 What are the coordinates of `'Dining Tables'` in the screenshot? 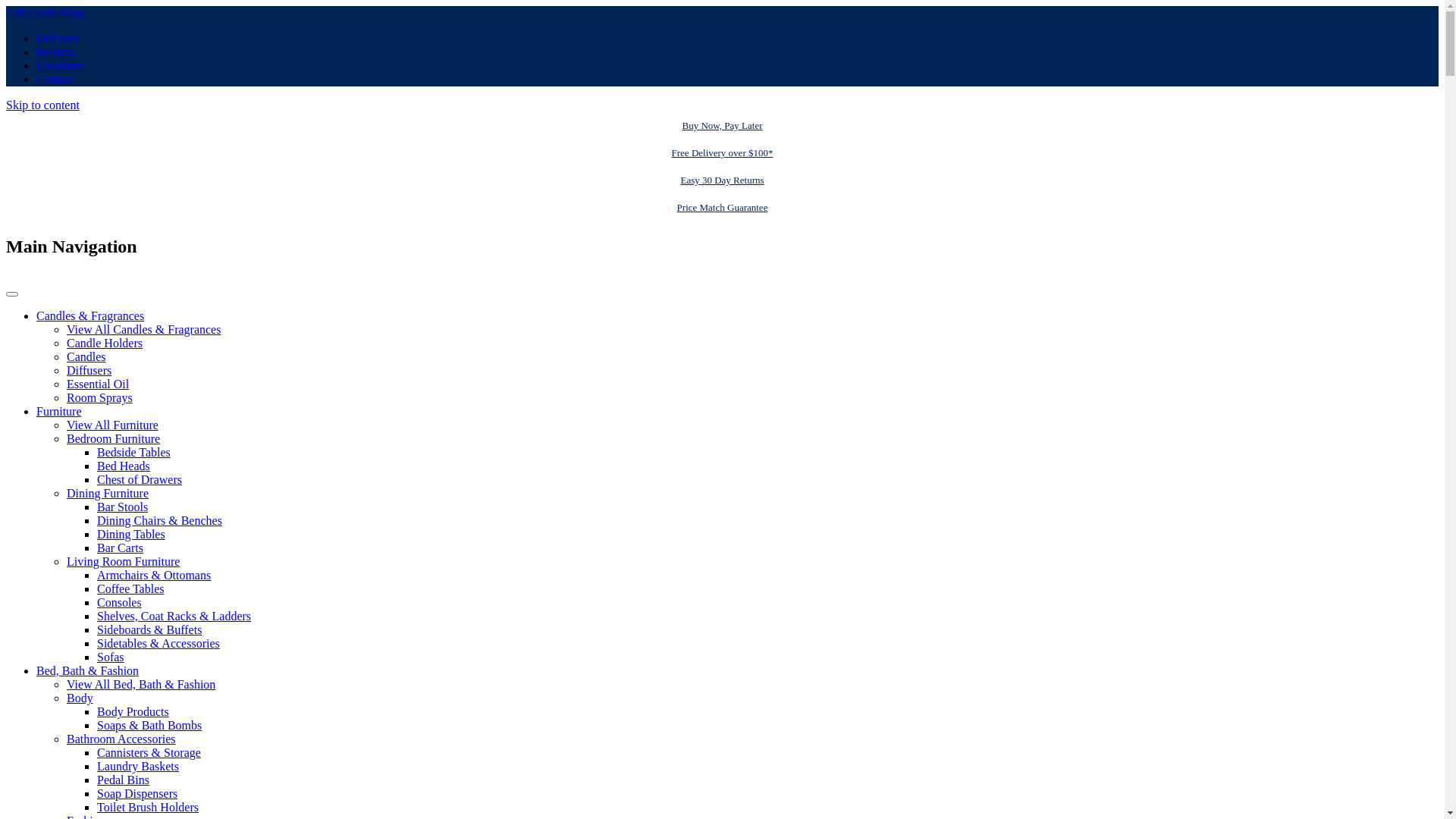 It's located at (130, 533).